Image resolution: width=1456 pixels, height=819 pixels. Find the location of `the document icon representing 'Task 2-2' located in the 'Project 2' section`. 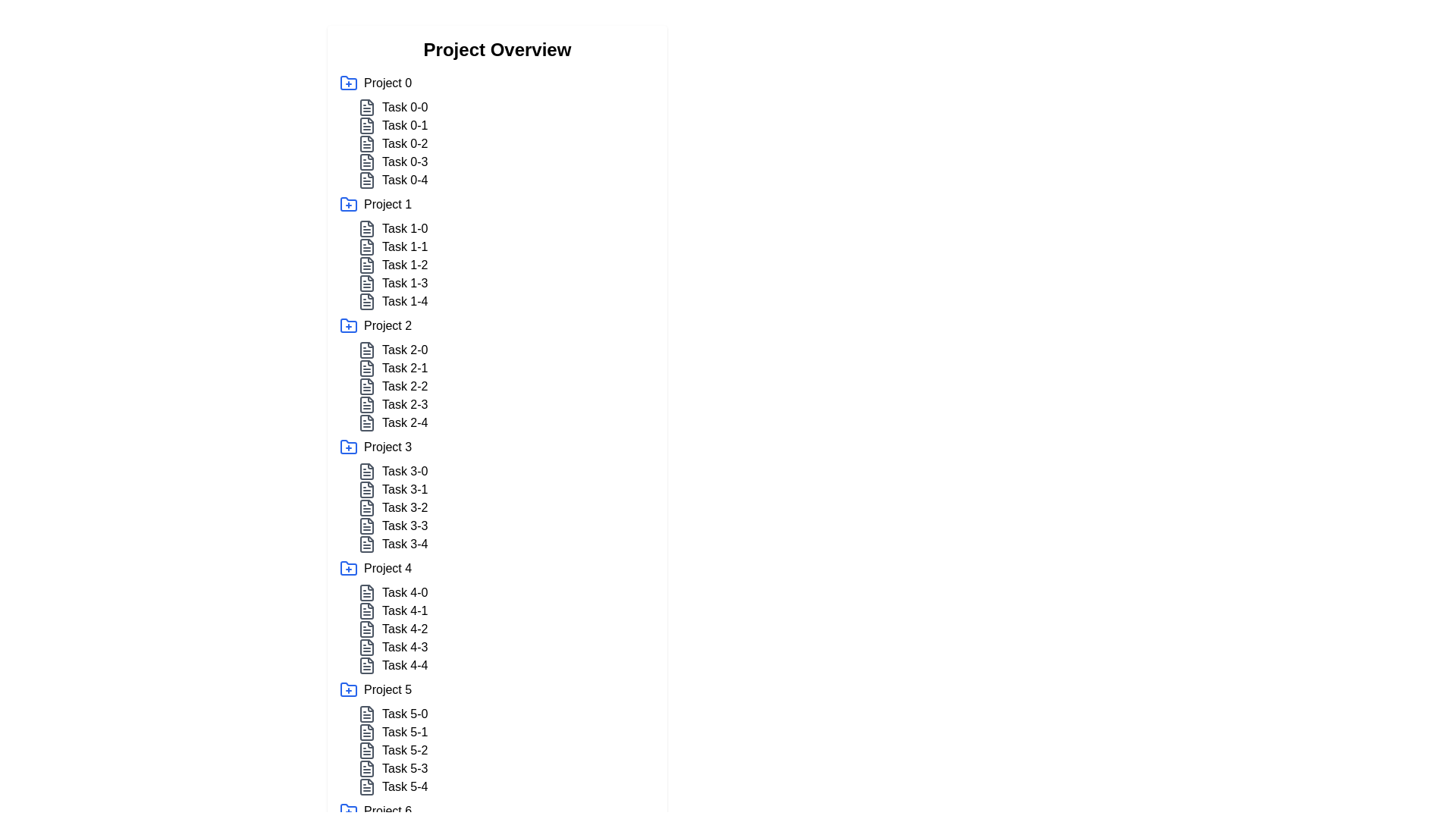

the document icon representing 'Task 2-2' located in the 'Project 2' section is located at coordinates (367, 385).